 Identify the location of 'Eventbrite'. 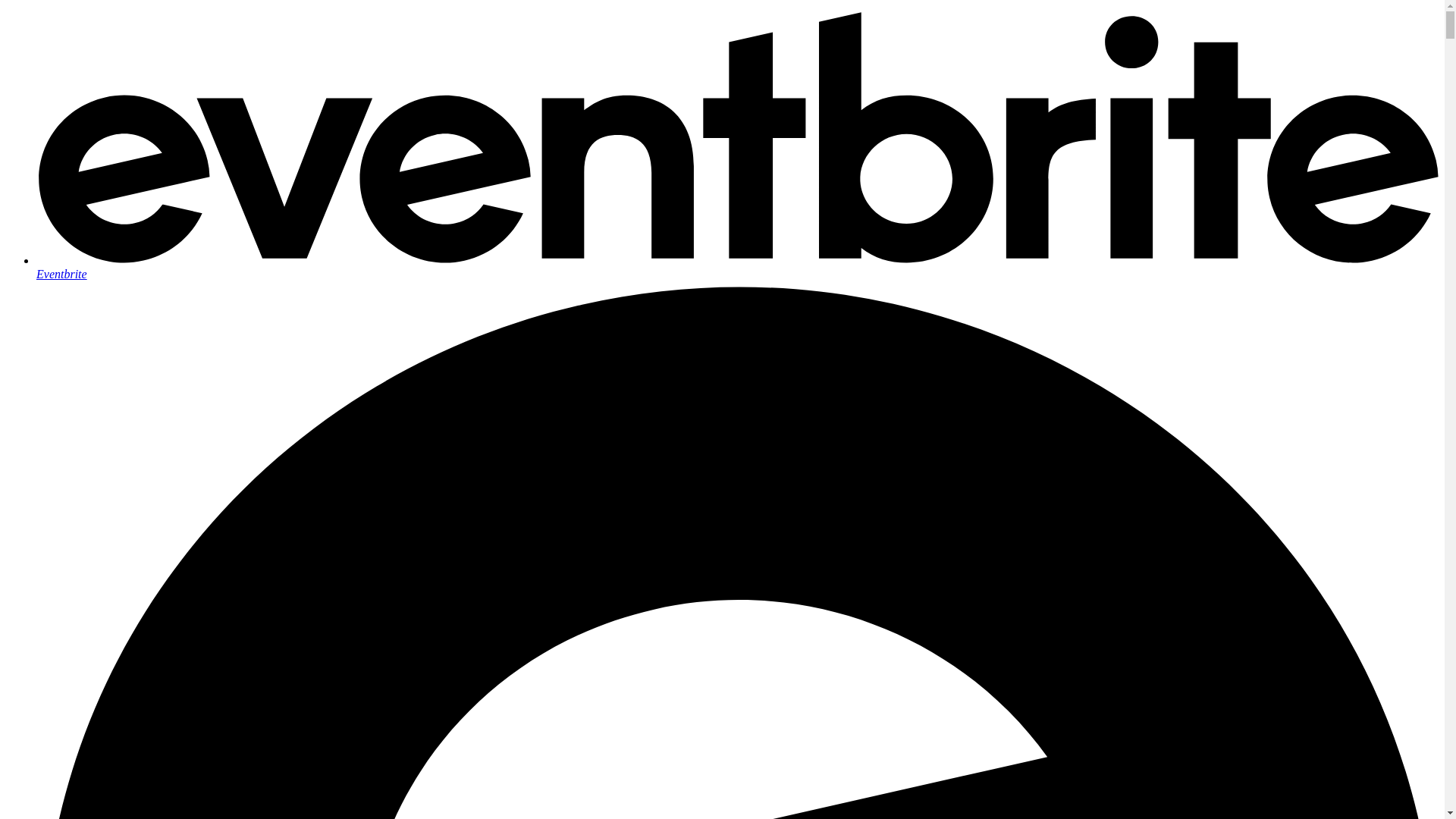
(737, 266).